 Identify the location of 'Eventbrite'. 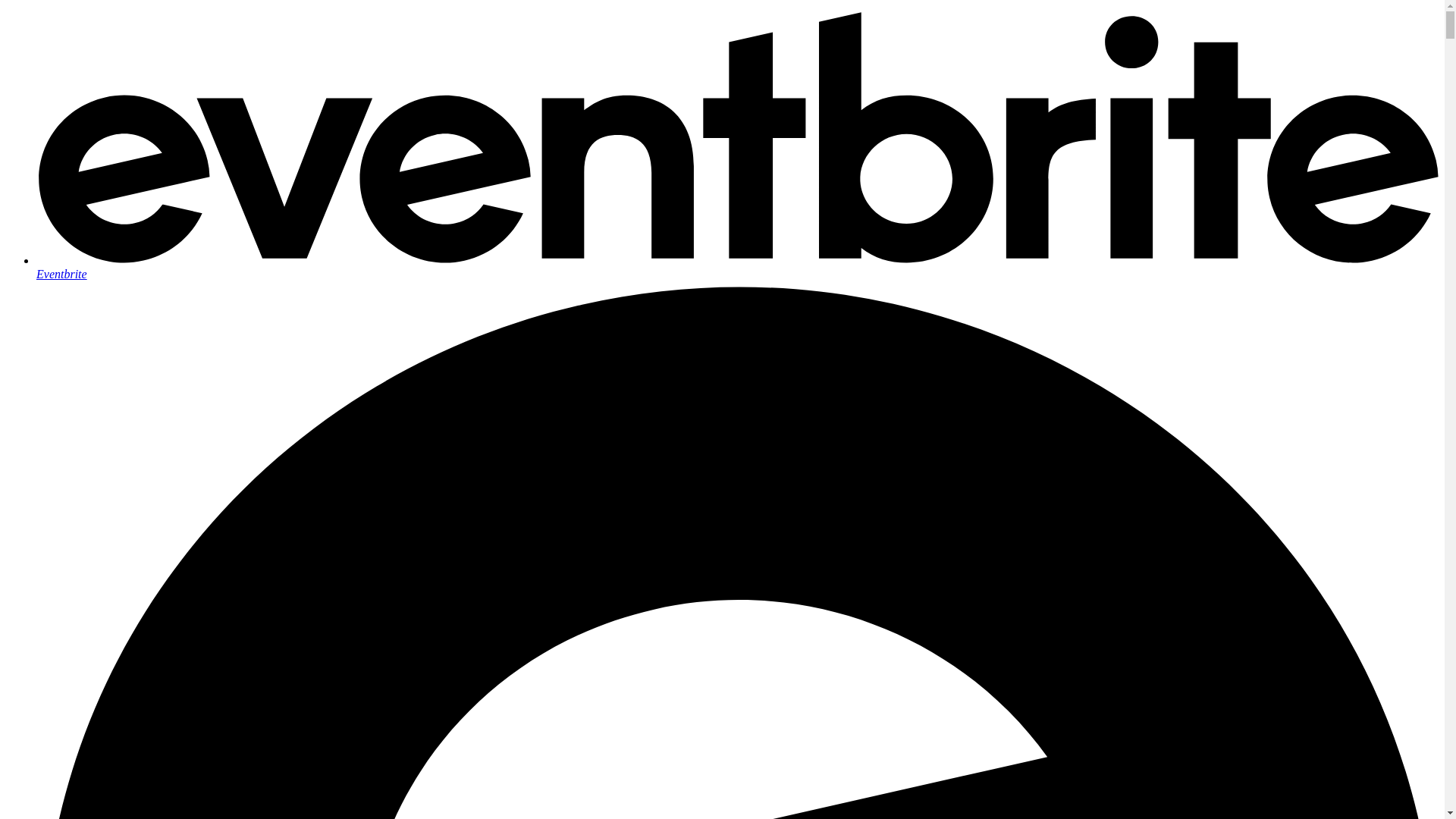
(737, 266).